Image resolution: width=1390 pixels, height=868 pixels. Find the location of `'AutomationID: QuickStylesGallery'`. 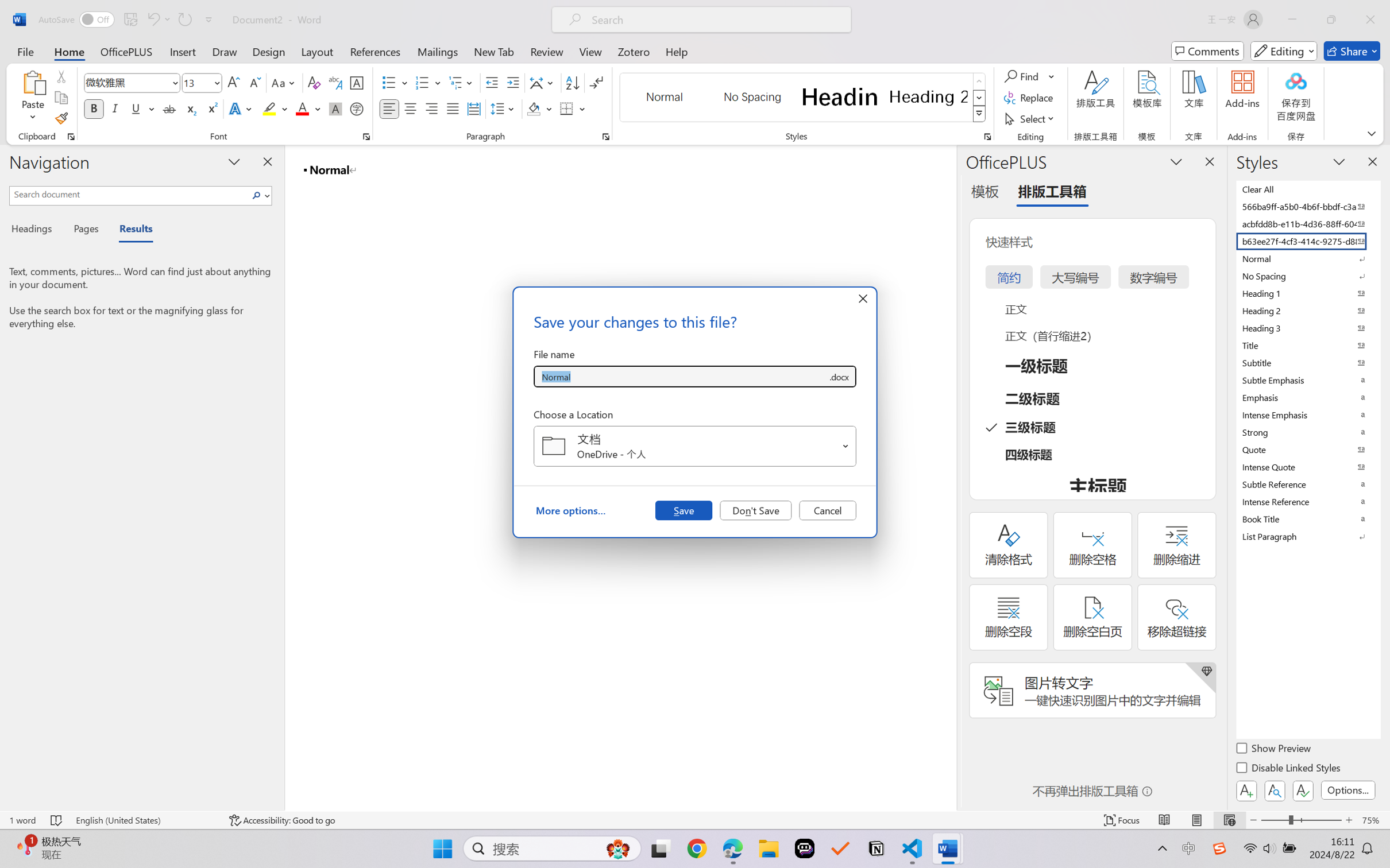

'AutomationID: QuickStylesGallery' is located at coordinates (802, 98).